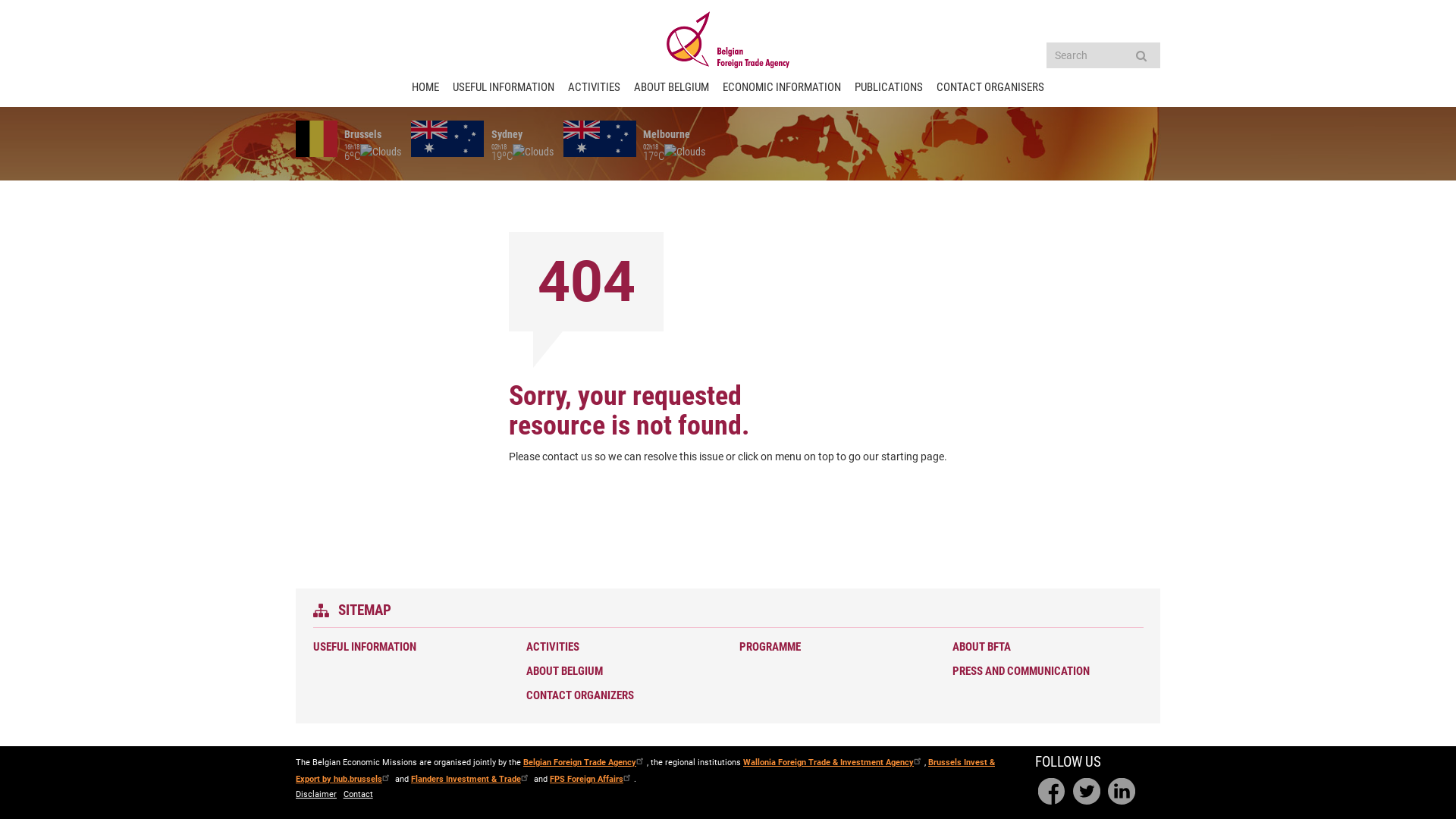 The height and width of the screenshot is (819, 1456). What do you see at coordinates (404, 647) in the screenshot?
I see `'USEFUL INFORMATION'` at bounding box center [404, 647].